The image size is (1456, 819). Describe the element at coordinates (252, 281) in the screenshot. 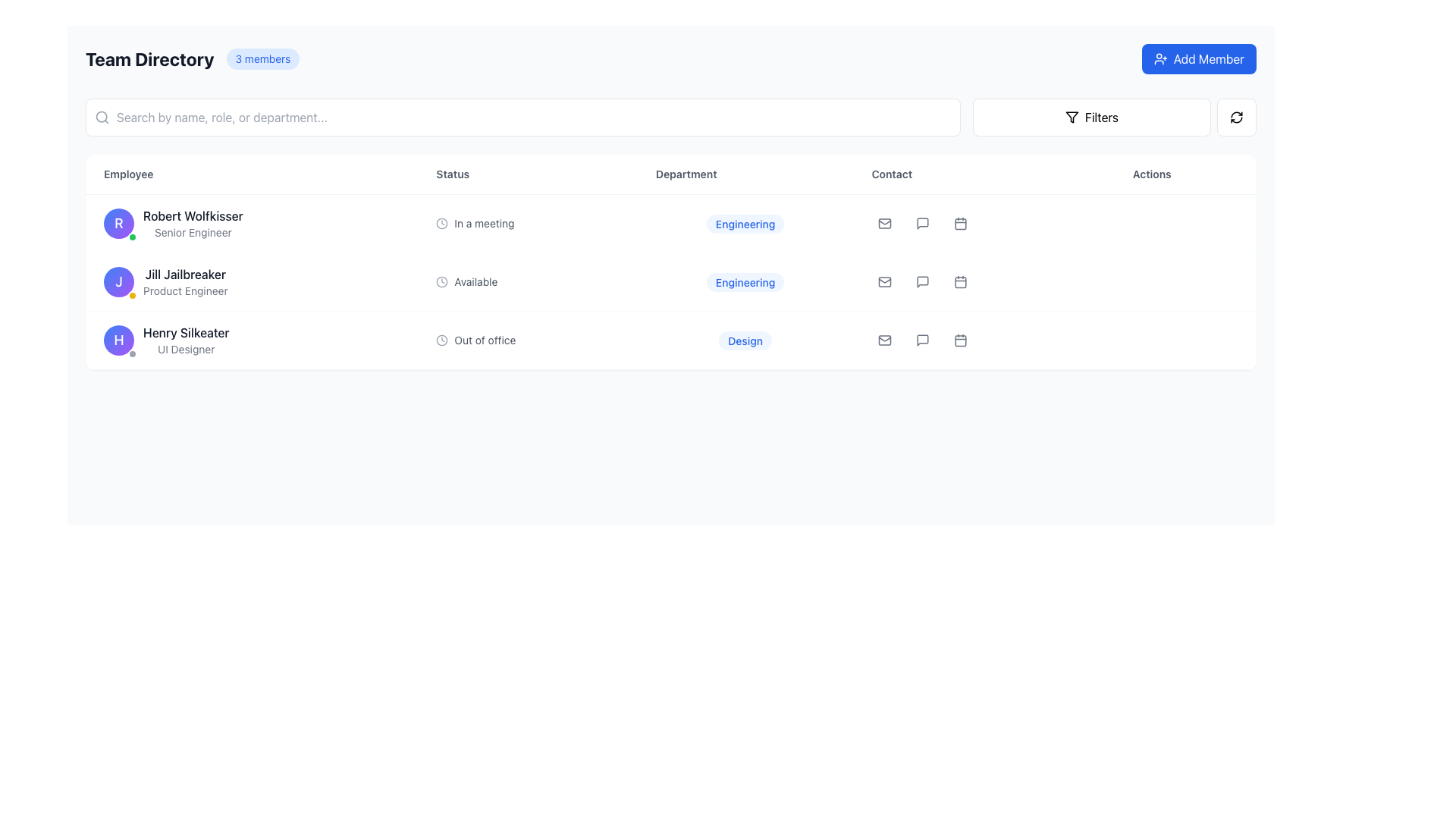

I see `the second entry in the 'Employee' column of the 'Team Directory' table, which displays the name 'Jill Jailbreaker' and the job title 'Product Engineer'` at that location.